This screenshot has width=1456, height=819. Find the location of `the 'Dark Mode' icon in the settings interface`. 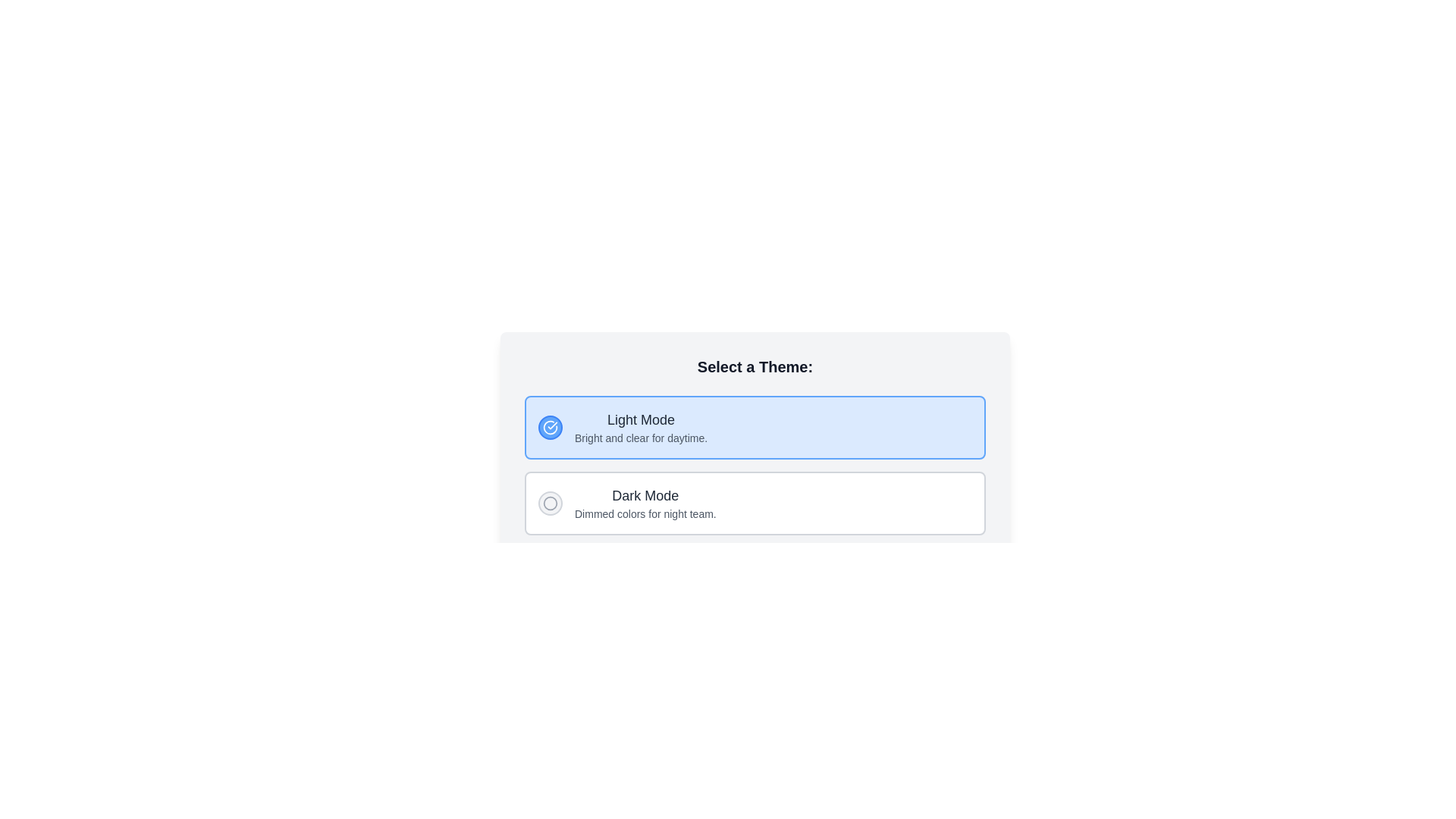

the 'Dark Mode' icon in the settings interface is located at coordinates (549, 503).